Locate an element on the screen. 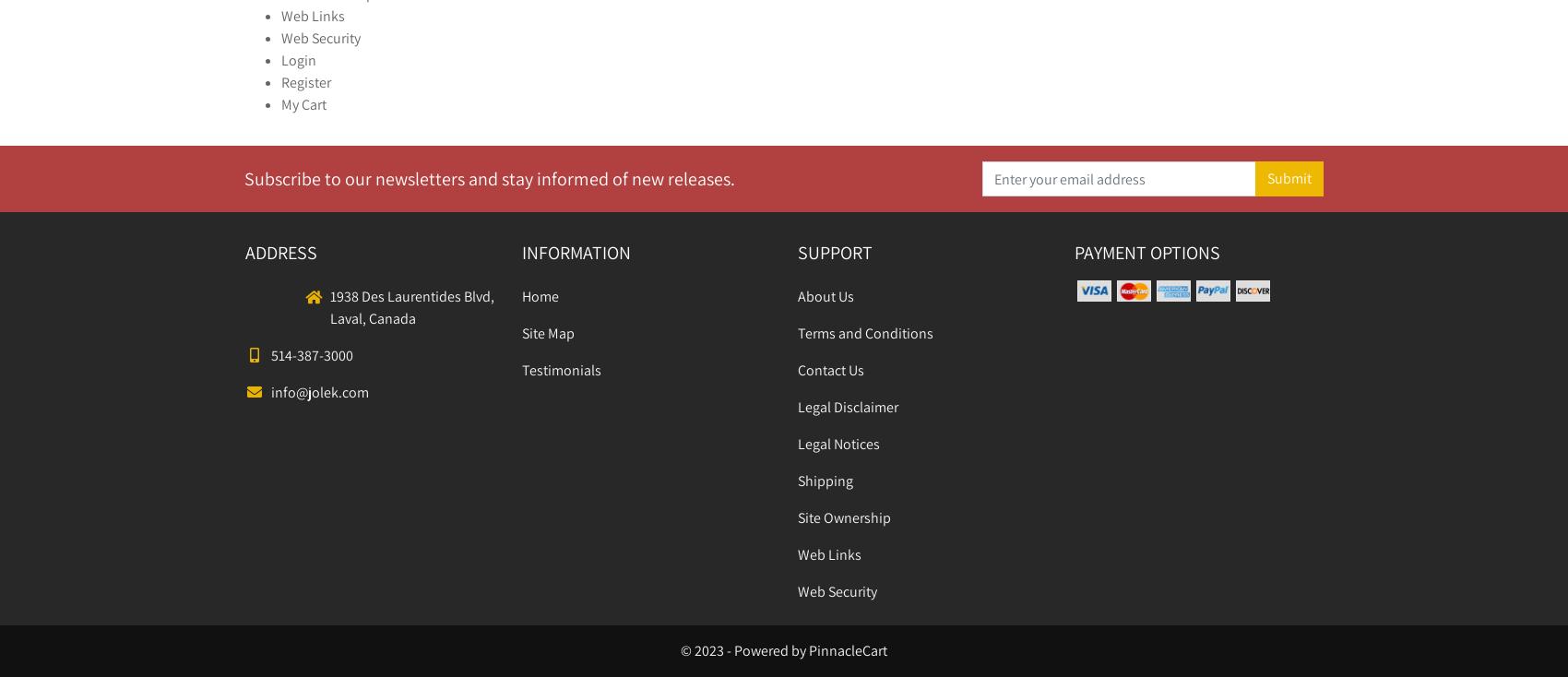  '© 2023 - Powered by' is located at coordinates (743, 650).